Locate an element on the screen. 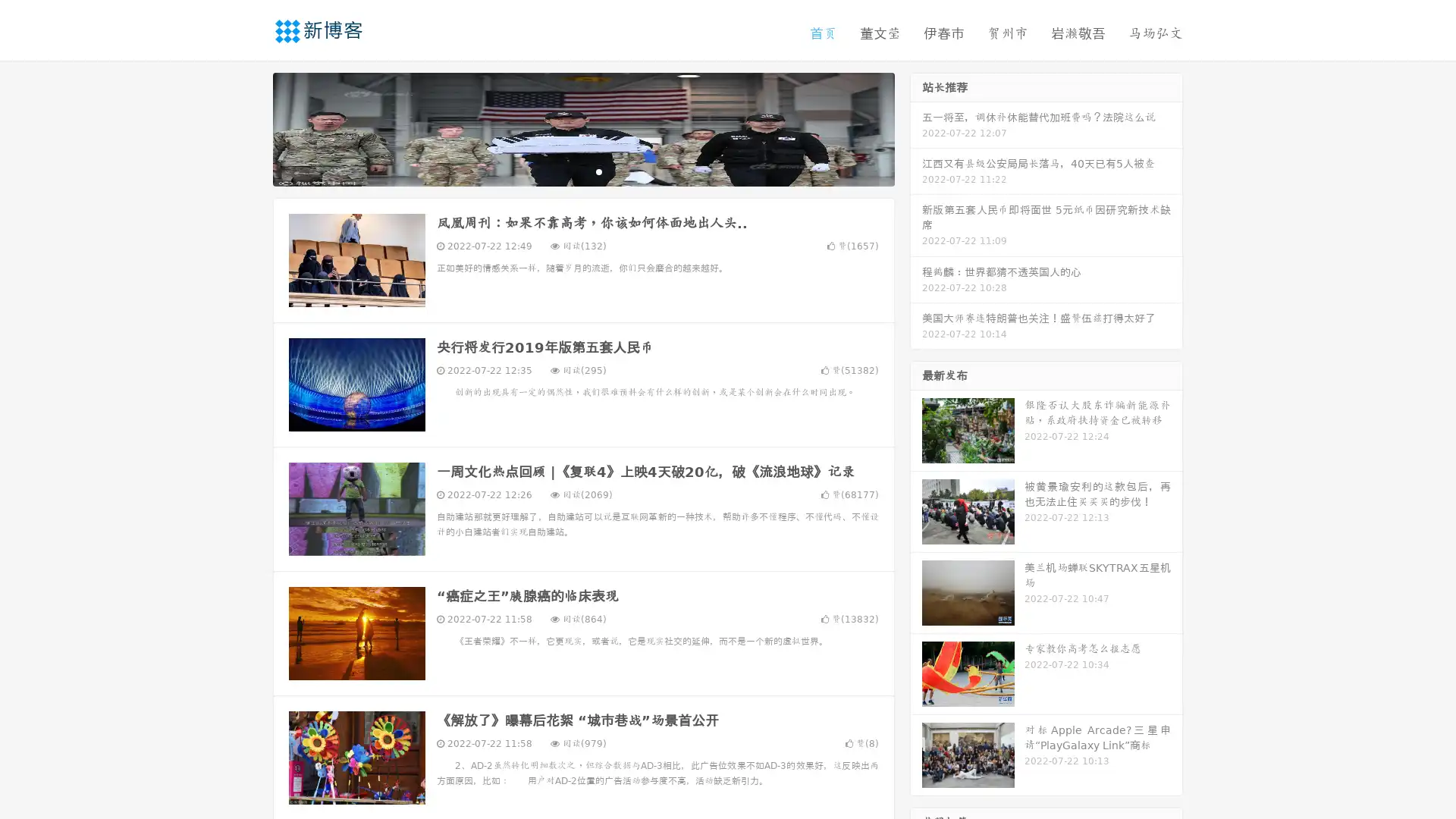 Image resolution: width=1456 pixels, height=819 pixels. Previous slide is located at coordinates (250, 127).